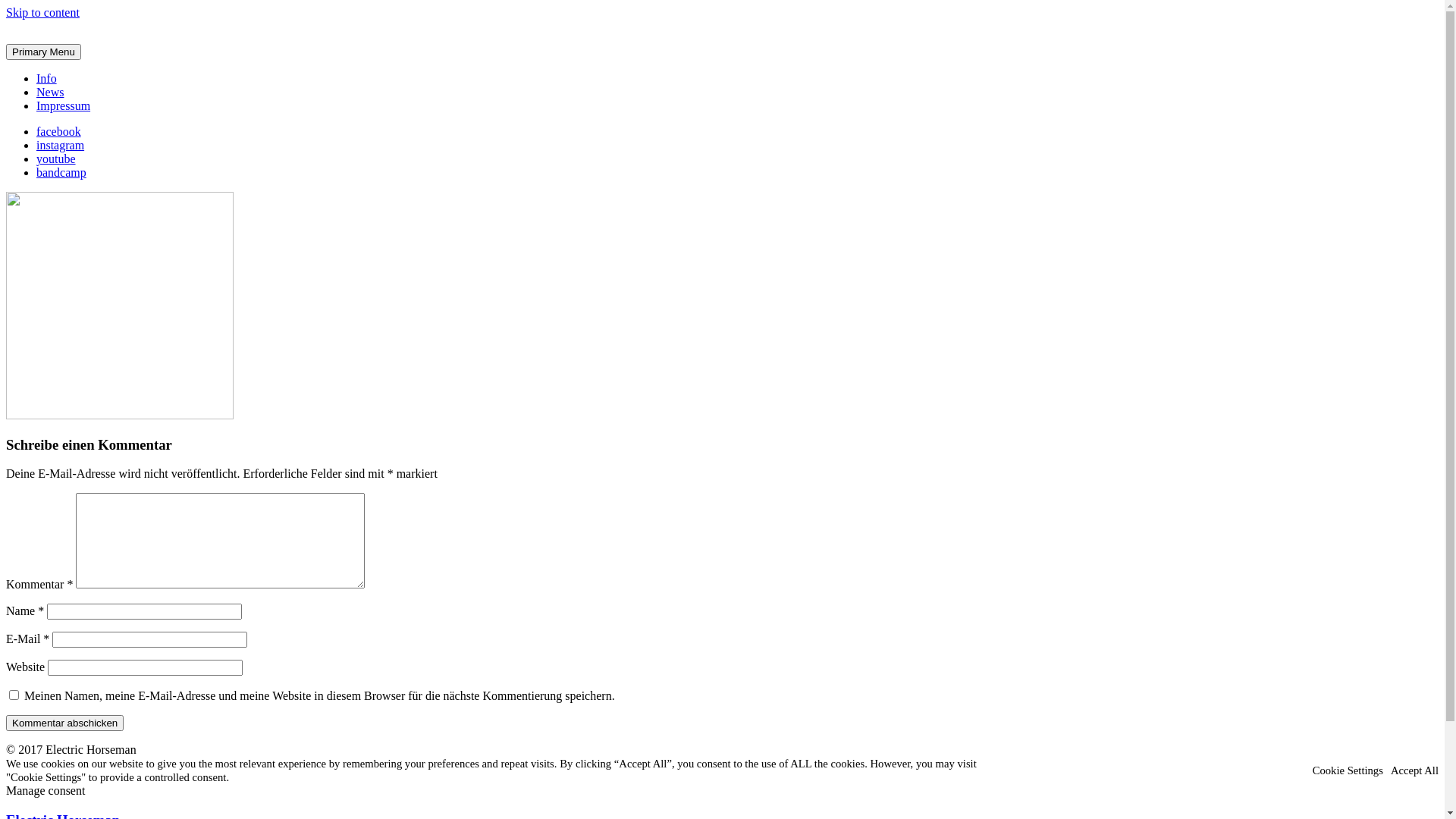 The height and width of the screenshot is (819, 1456). What do you see at coordinates (50, 92) in the screenshot?
I see `'News'` at bounding box center [50, 92].